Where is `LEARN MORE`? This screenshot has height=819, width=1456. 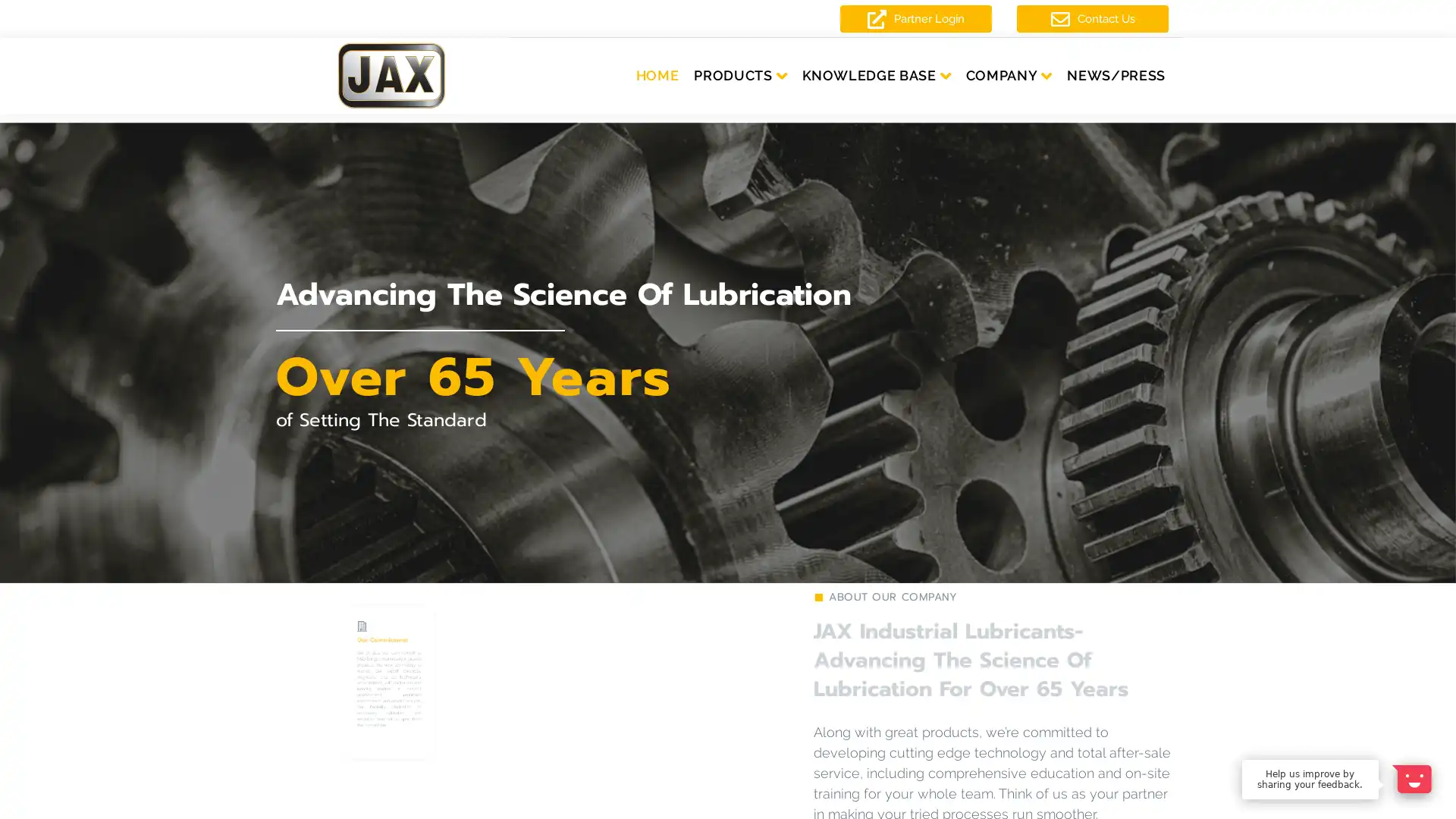
LEARN MORE is located at coordinates (575, 717).